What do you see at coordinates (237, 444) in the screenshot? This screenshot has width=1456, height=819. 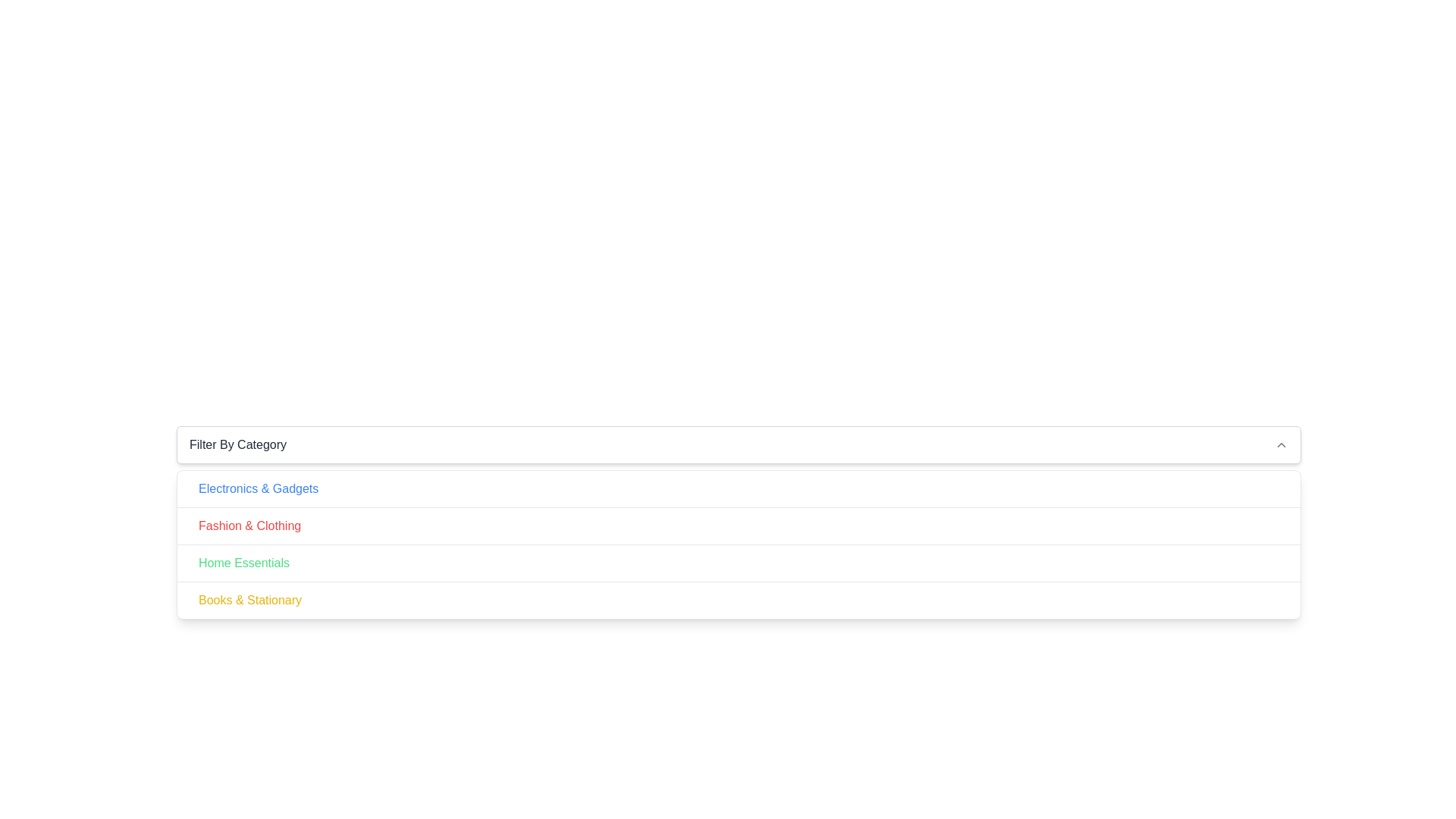 I see `the Text label that serves as a title for the dropdown menu, providing context for filtering items by category` at bounding box center [237, 444].